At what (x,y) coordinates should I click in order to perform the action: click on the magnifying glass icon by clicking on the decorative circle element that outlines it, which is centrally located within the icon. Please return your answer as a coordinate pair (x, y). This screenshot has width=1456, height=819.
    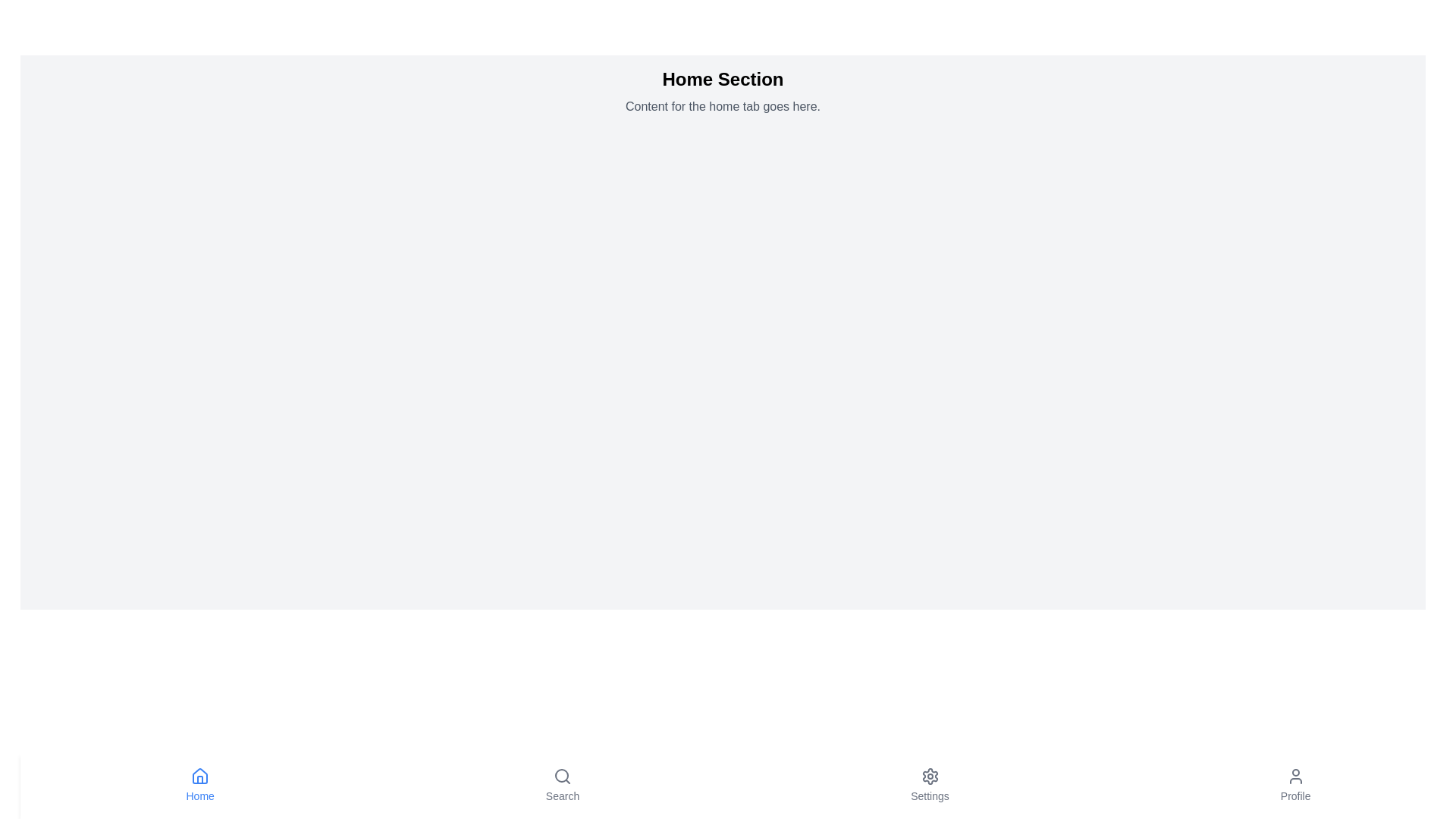
    Looking at the image, I should click on (561, 775).